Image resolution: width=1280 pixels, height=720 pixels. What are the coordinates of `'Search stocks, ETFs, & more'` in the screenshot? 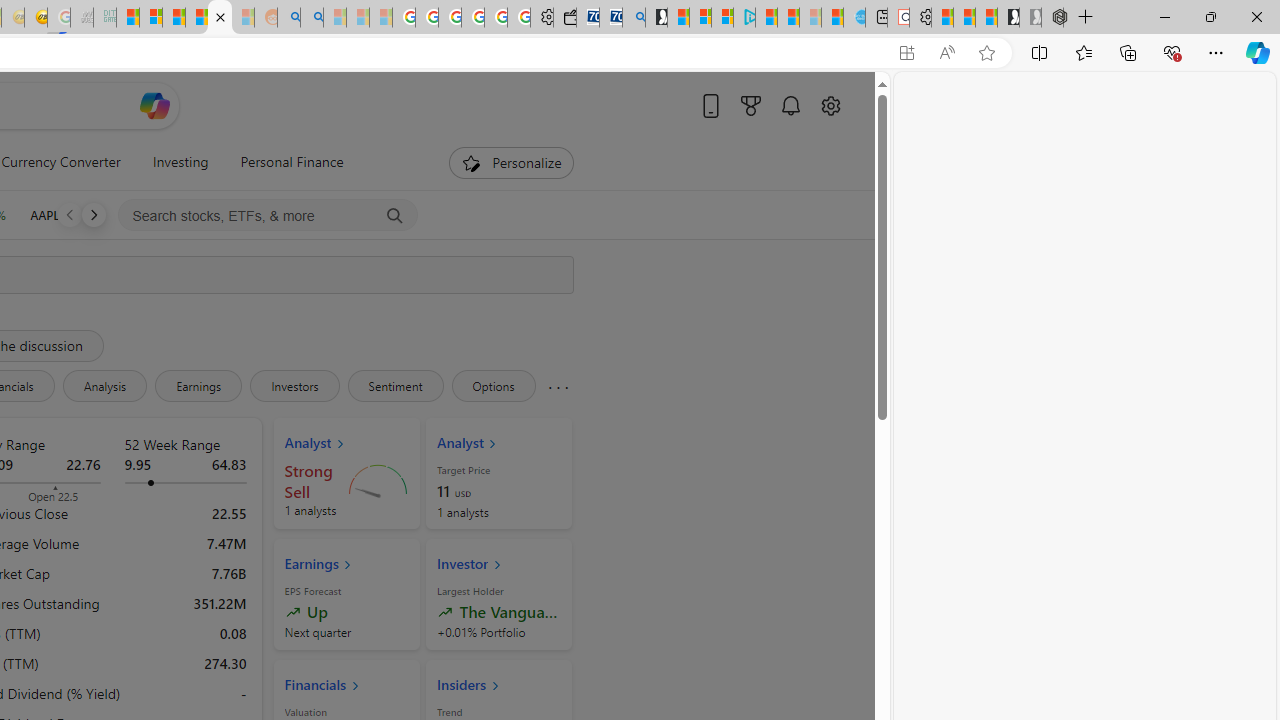 It's located at (267, 216).